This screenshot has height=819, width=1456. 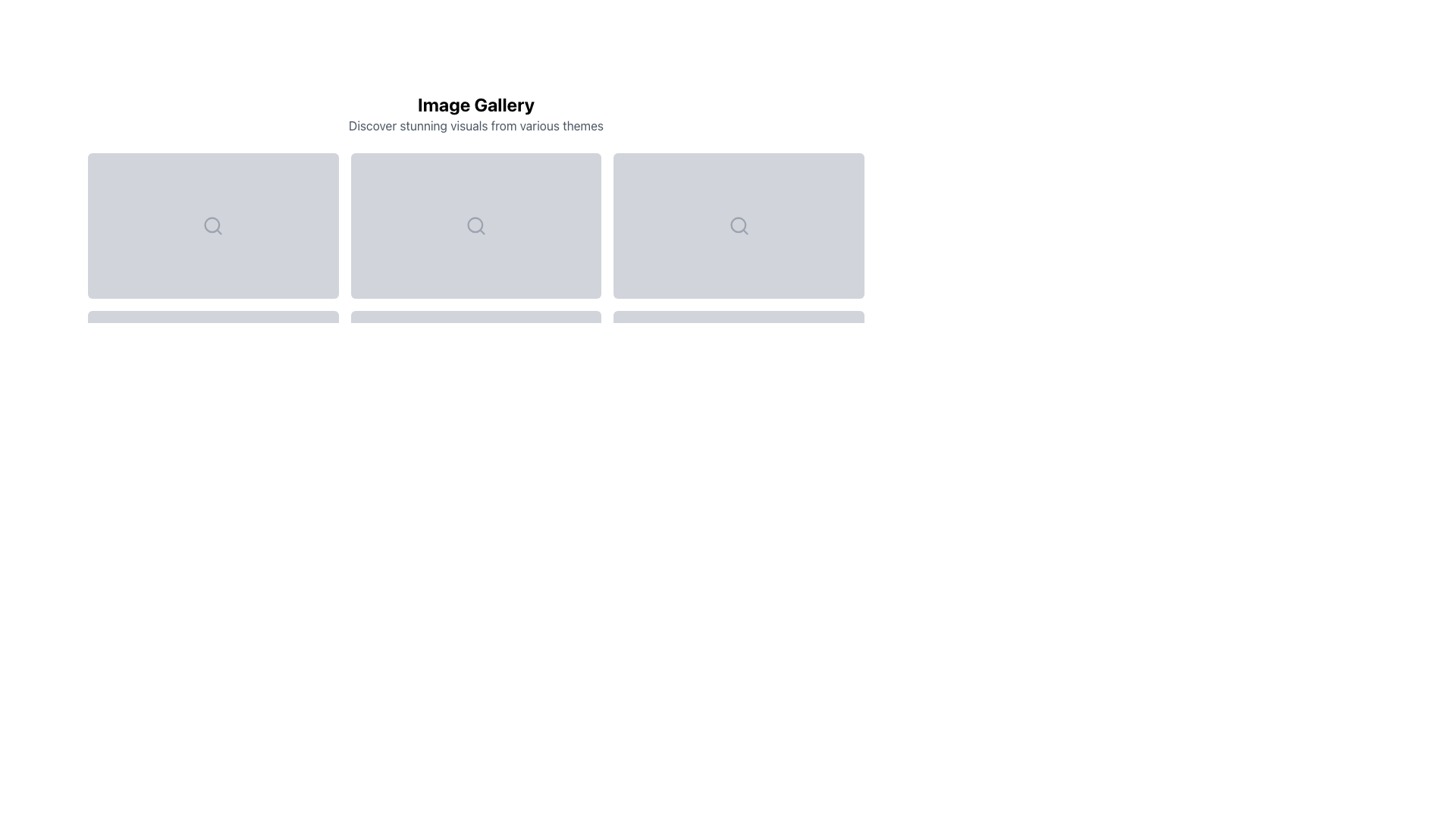 What do you see at coordinates (836, 271) in the screenshot?
I see `the circular Interactive Button located in the bottom-right corner of the third image tile in the gallery row to observe the scaling animation` at bounding box center [836, 271].